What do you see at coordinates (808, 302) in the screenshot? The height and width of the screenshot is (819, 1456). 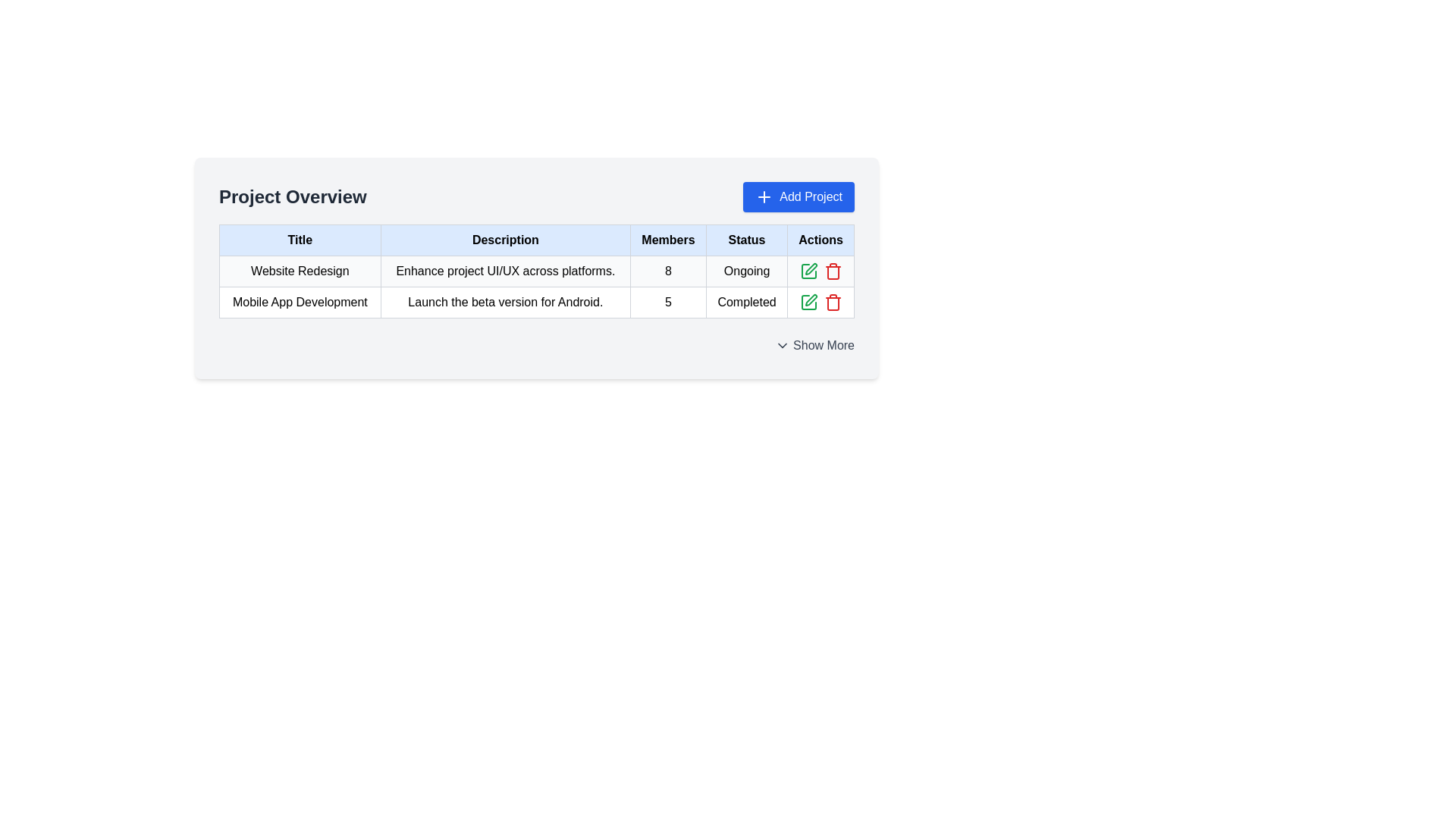 I see `the hollow square icon representing the edit action in the 'Actions' column of the 'Project Overview' table, positioned next to the pencil graphic in the 'Mobile App Development' row` at bounding box center [808, 302].